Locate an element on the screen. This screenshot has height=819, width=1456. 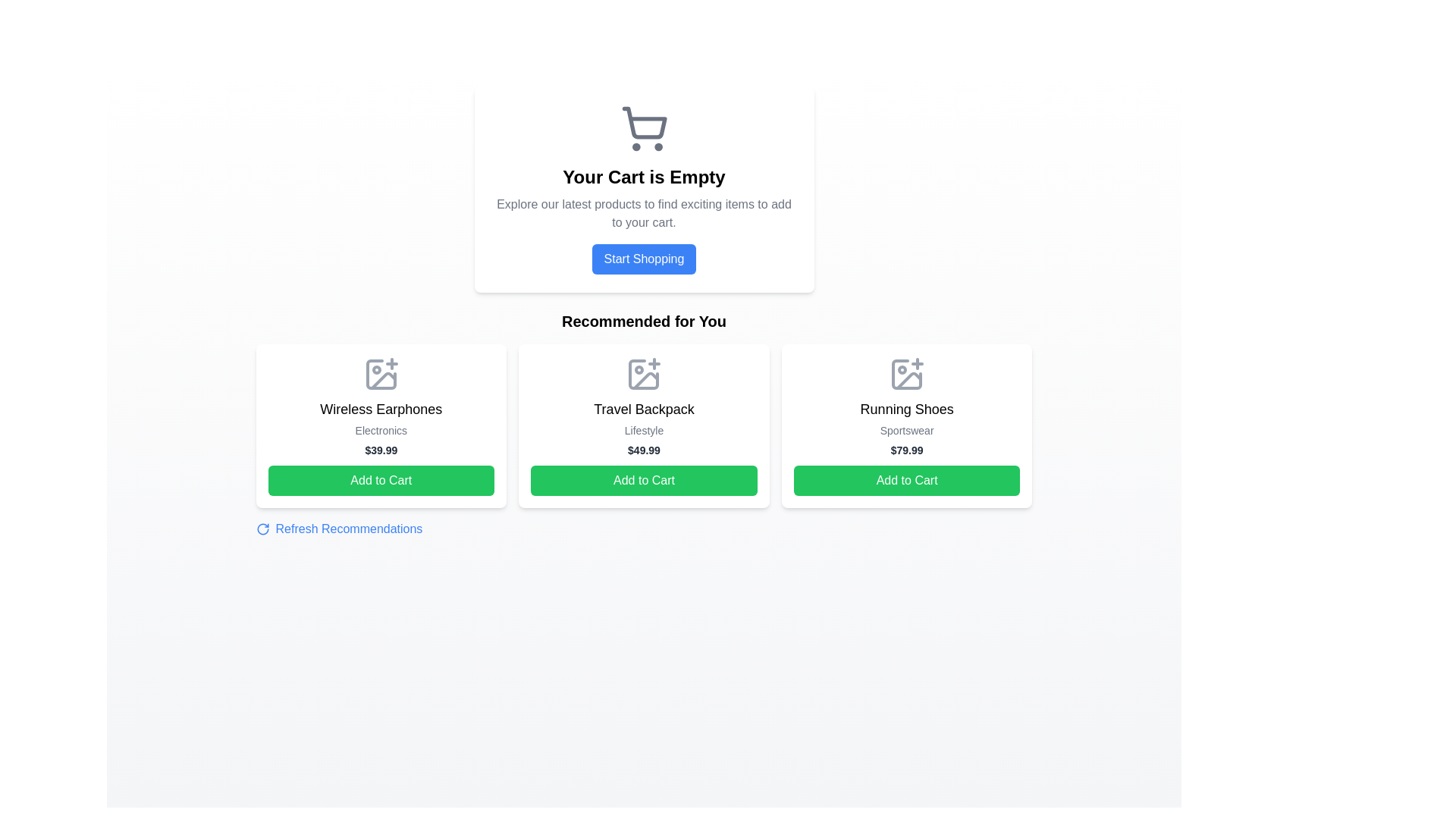
price displayed in the static text element located at the bottom of the 'Wireless Earphones' card, between the 'Electronics' description and the 'Add to Cart' button is located at coordinates (381, 450).